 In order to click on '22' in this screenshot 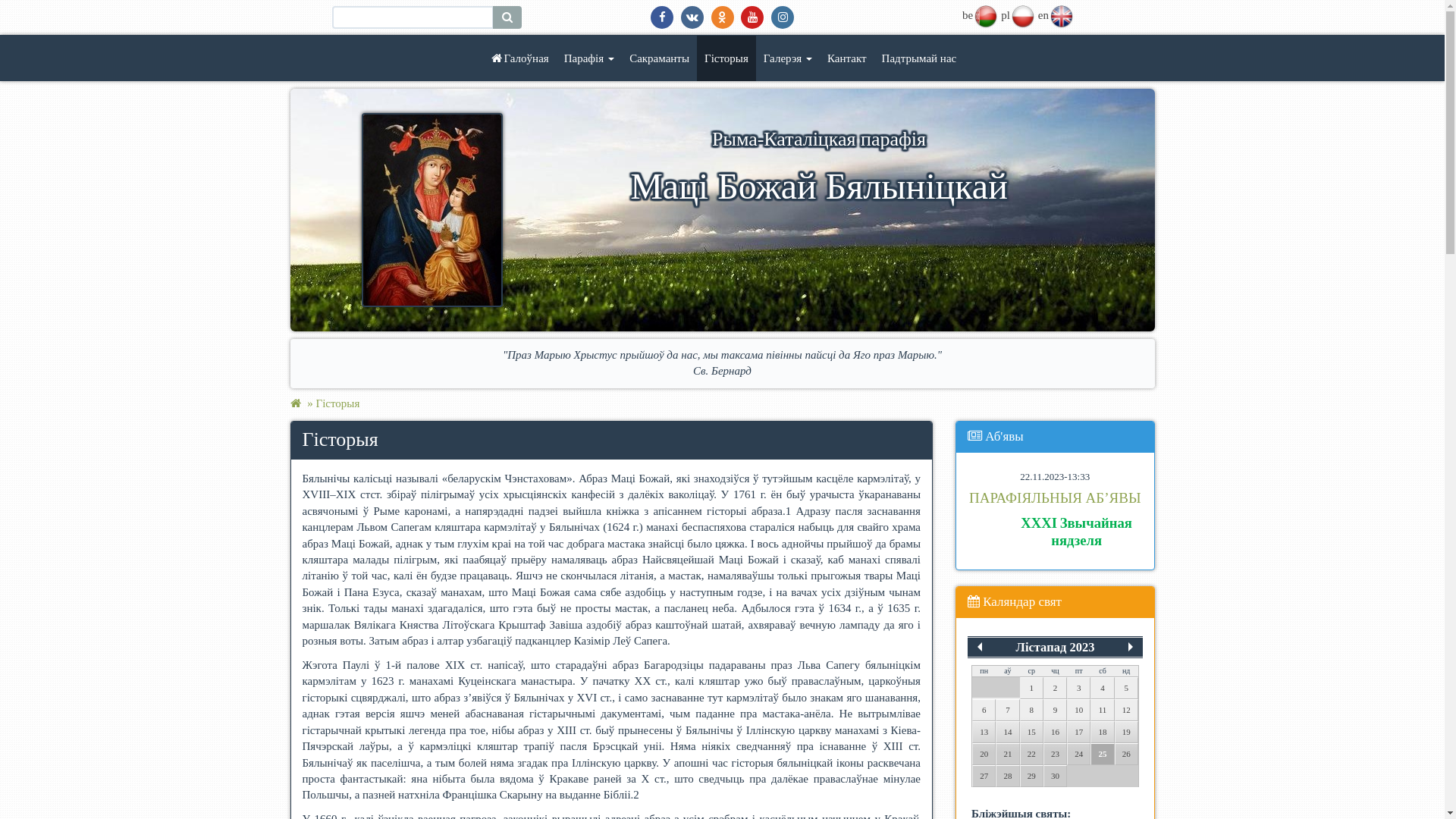, I will do `click(1031, 754)`.